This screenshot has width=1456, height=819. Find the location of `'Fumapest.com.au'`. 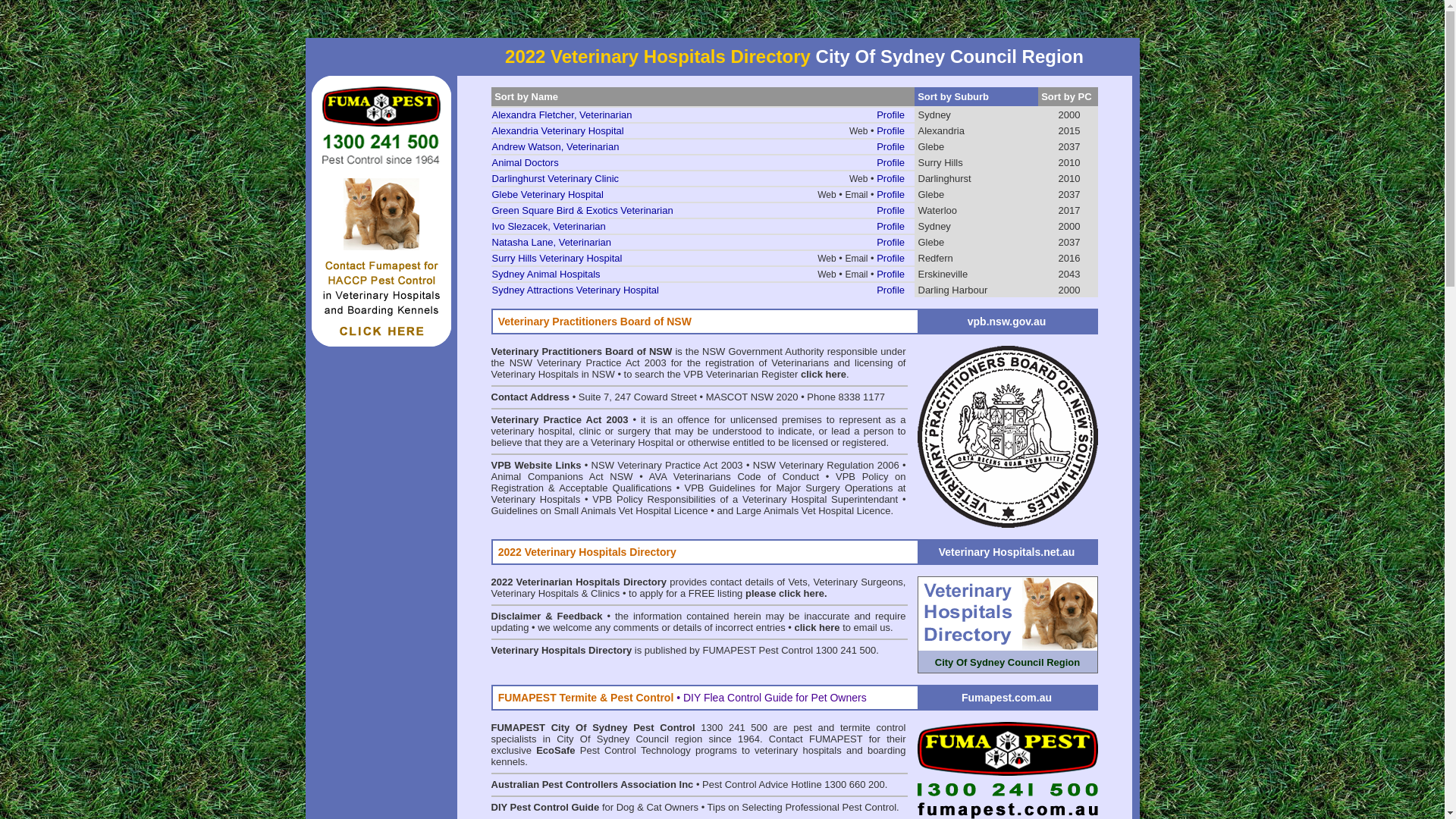

'Fumapest.com.au' is located at coordinates (1006, 698).